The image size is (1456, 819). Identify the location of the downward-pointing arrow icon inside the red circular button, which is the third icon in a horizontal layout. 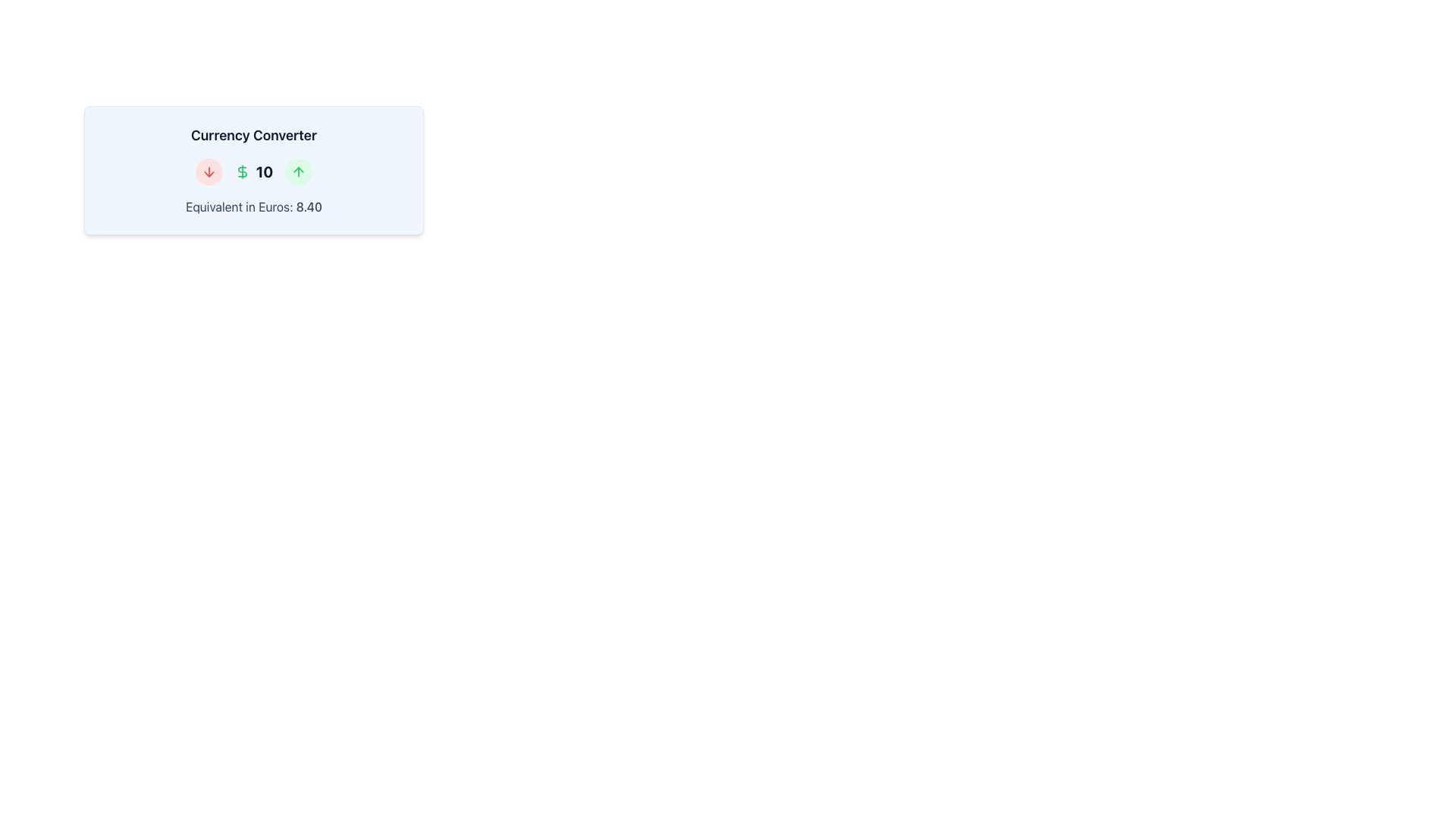
(208, 171).